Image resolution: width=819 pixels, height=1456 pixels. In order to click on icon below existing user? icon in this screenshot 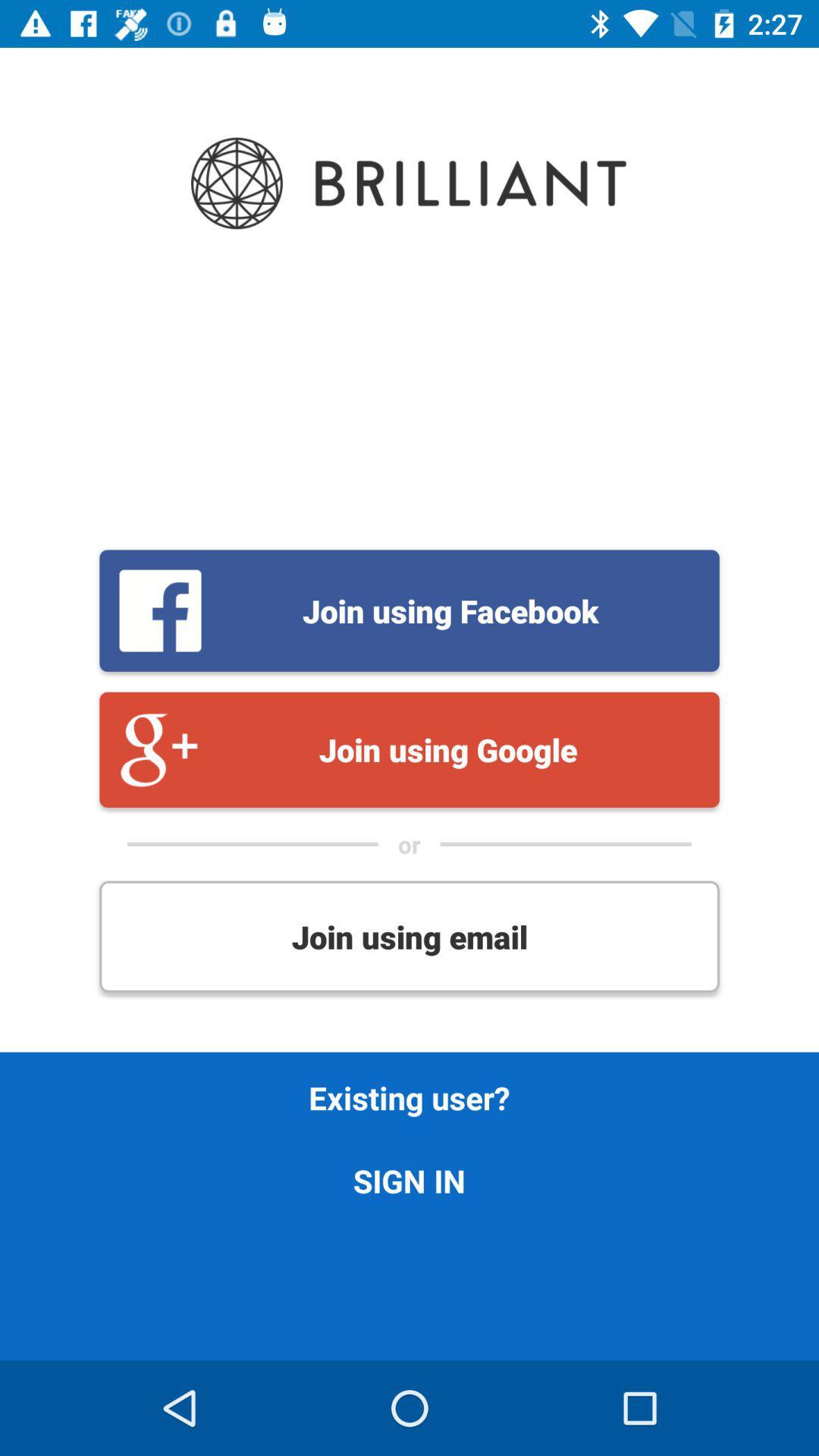, I will do `click(409, 1179)`.